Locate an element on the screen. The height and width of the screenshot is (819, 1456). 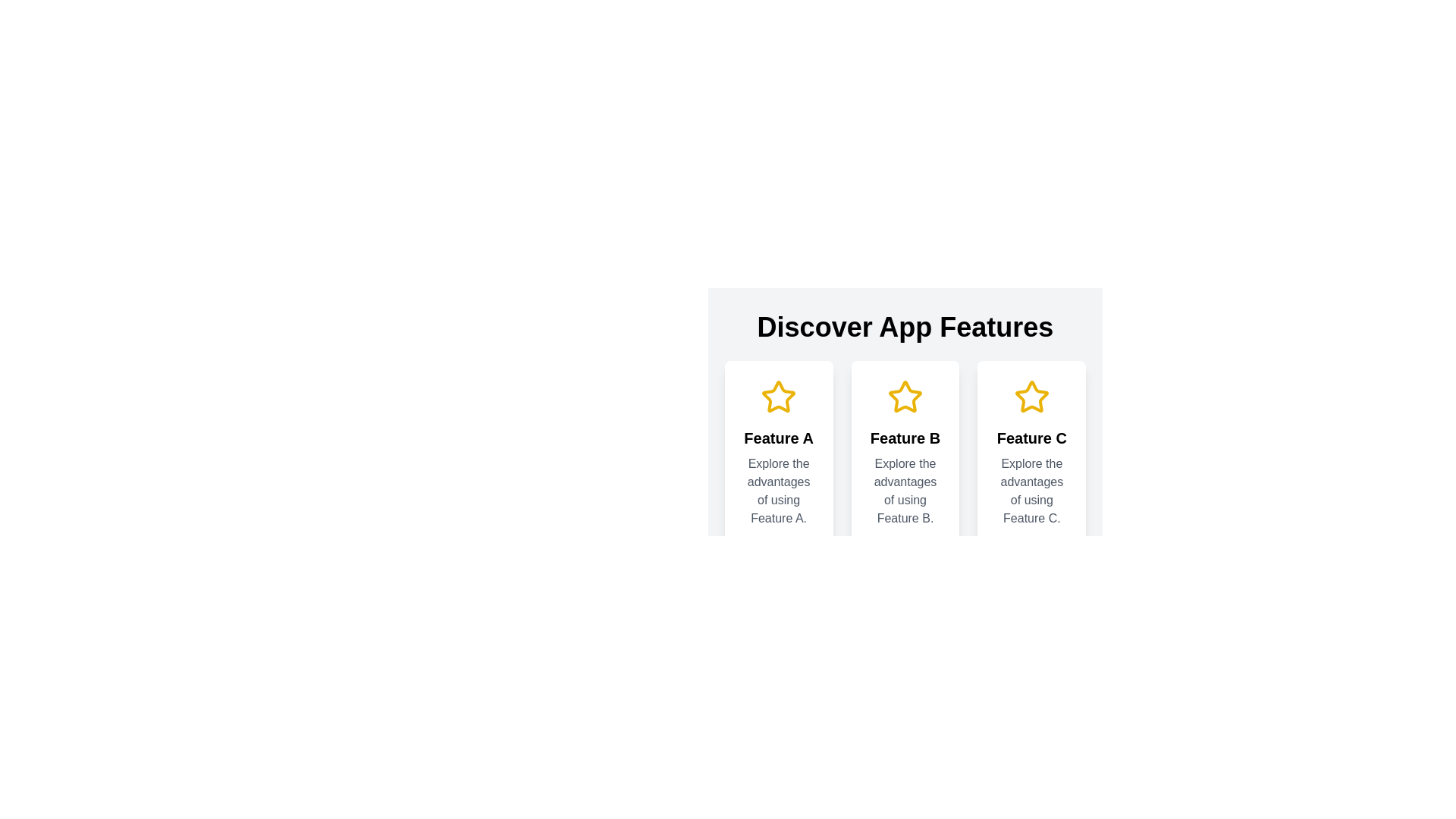
the text label element that reads 'Explore the advantages of using Feature B.' located below the title 'Feature B' in the middle column of a three-column layout is located at coordinates (905, 491).